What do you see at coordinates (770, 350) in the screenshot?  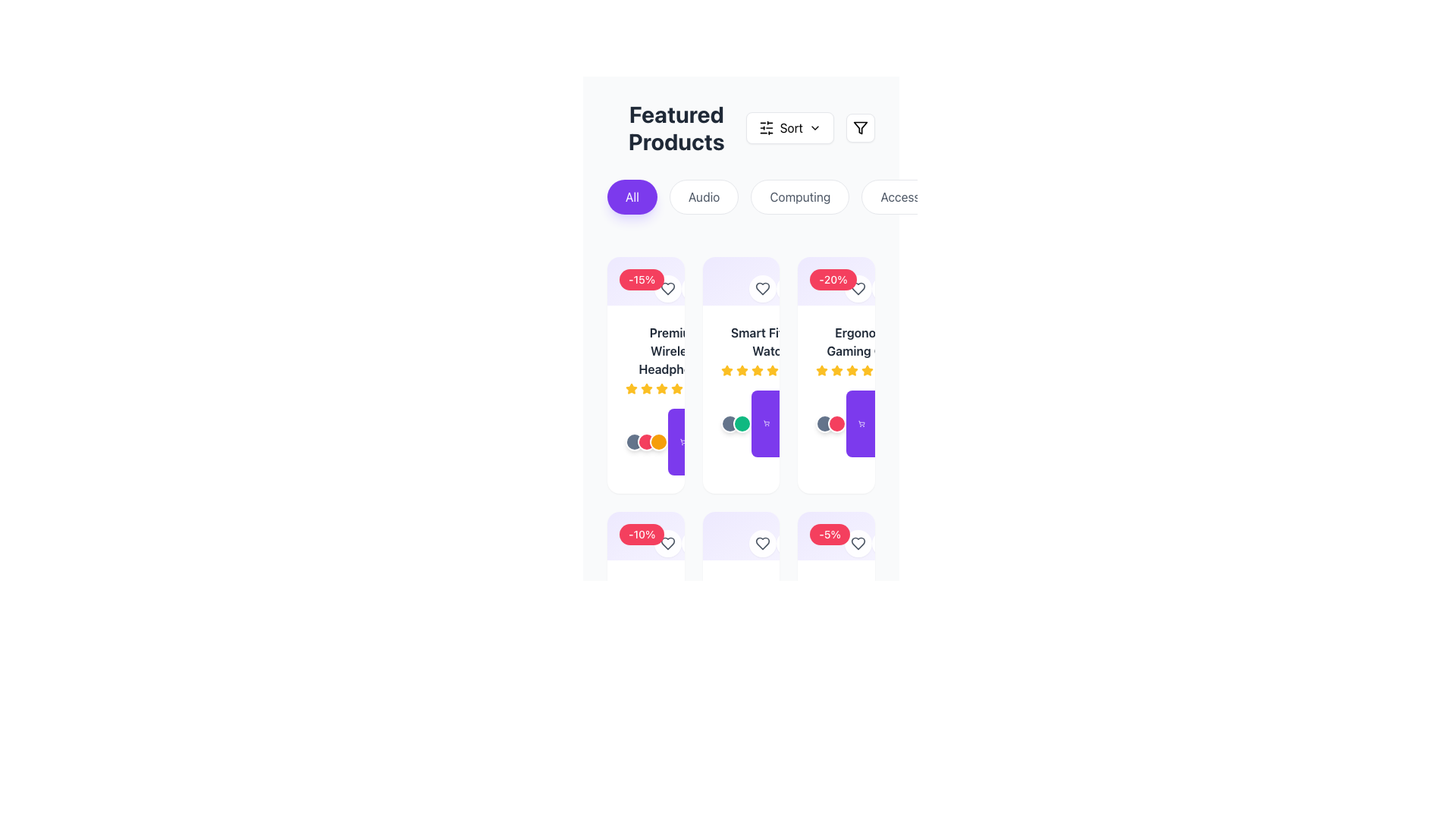 I see `the product title and rating indicator located in the second card of the 'Featured Products' section to emphasize it` at bounding box center [770, 350].